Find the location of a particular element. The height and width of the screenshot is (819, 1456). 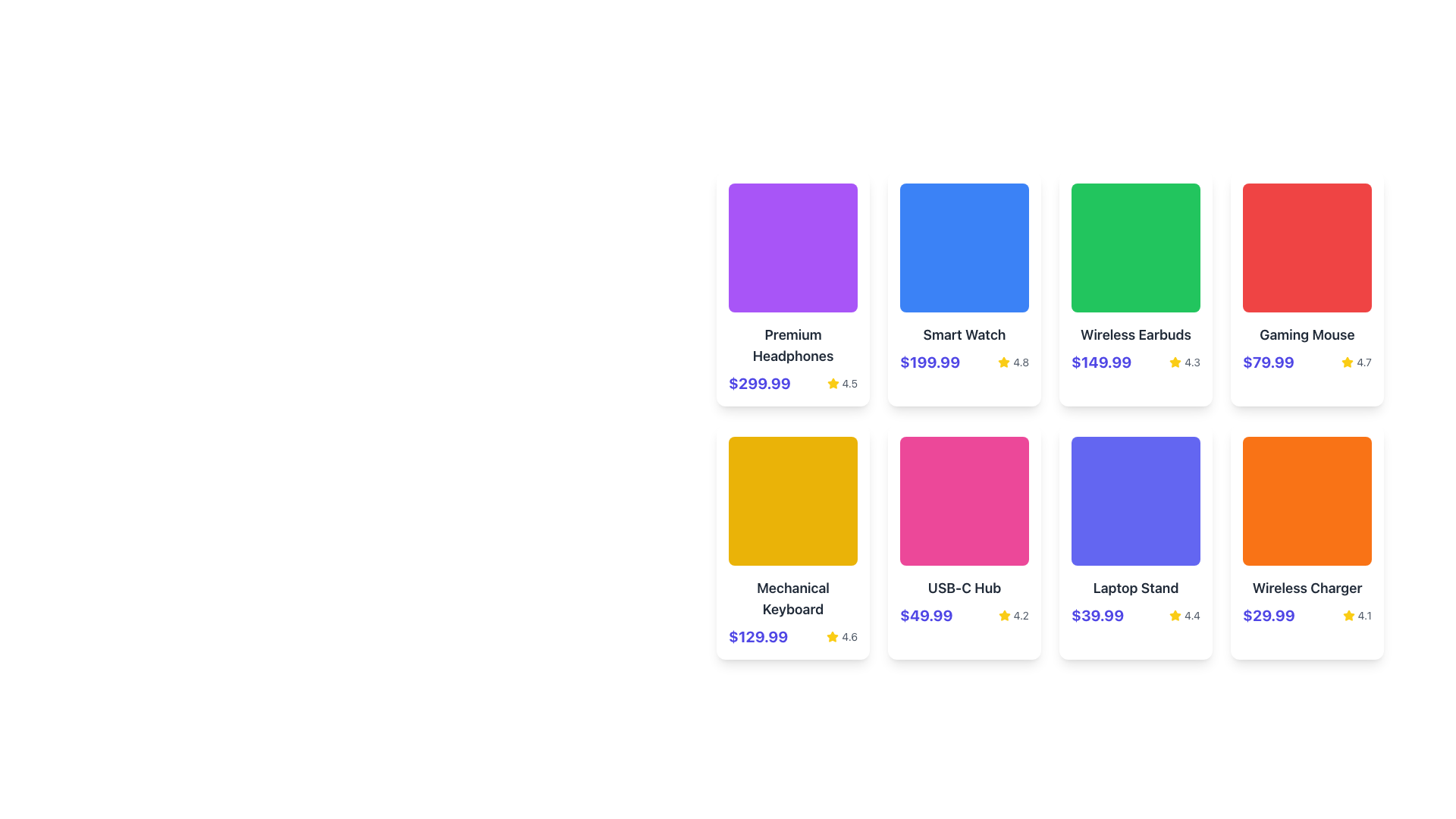

the price text label for the 'Smart Watch' product, which is located just below the 'Smart Watch' label and to the left of the rating component displaying '4.8' is located at coordinates (929, 362).